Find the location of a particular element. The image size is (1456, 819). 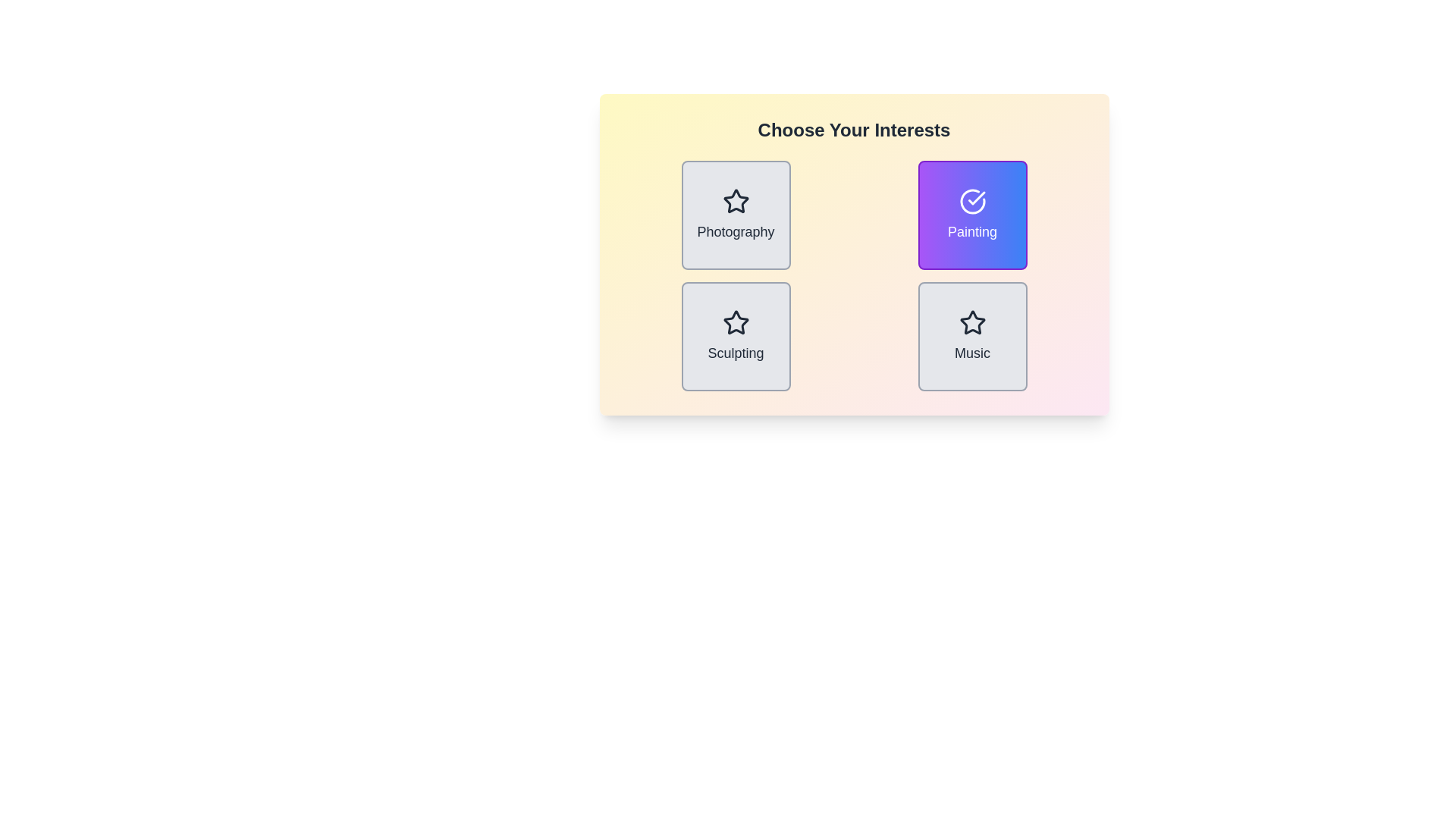

the item Music to observe its visual feedback is located at coordinates (972, 335).